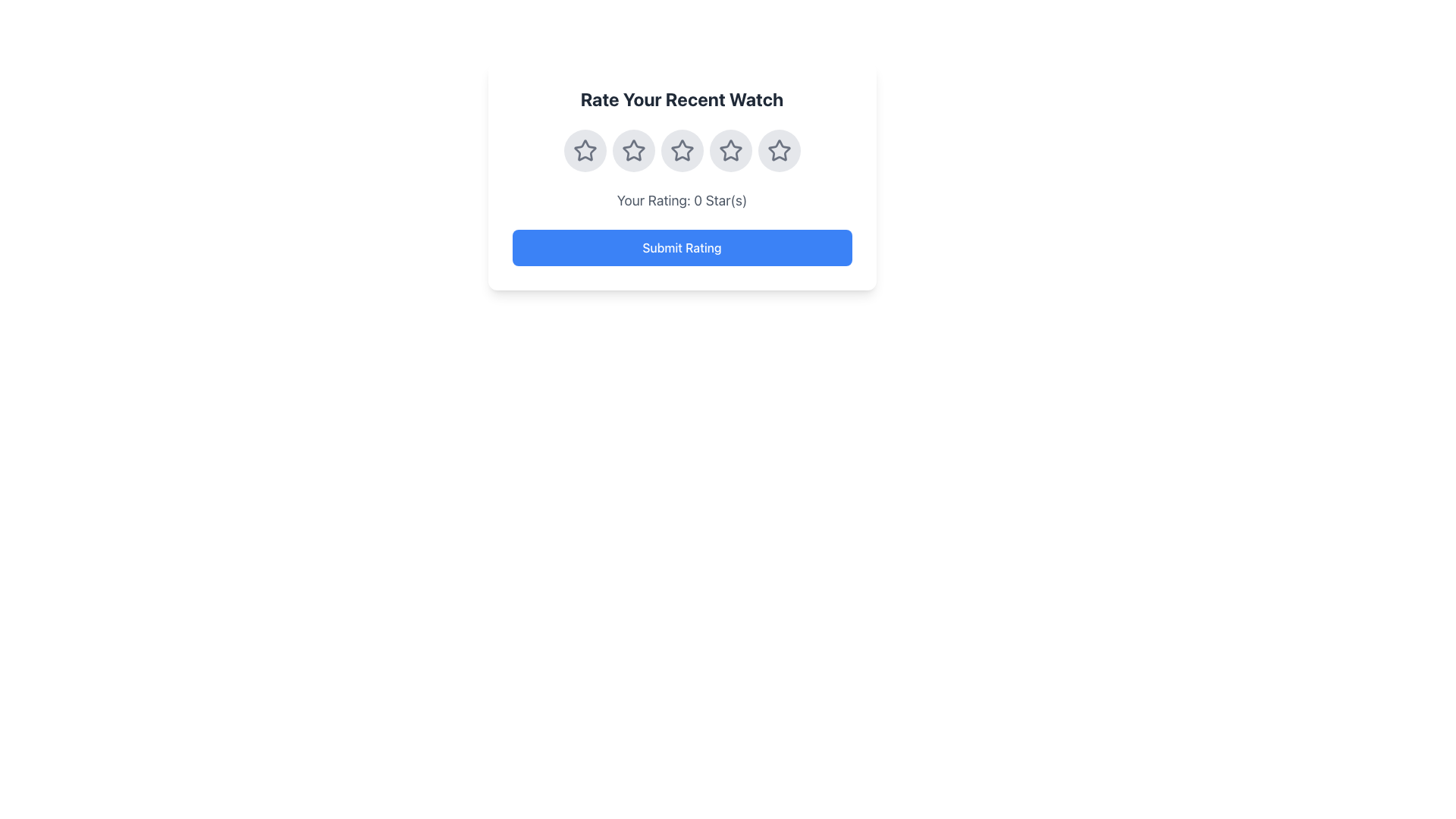 The image size is (1456, 819). I want to click on the second star button in the 5-star rating system for keyboard interaction, so click(633, 151).